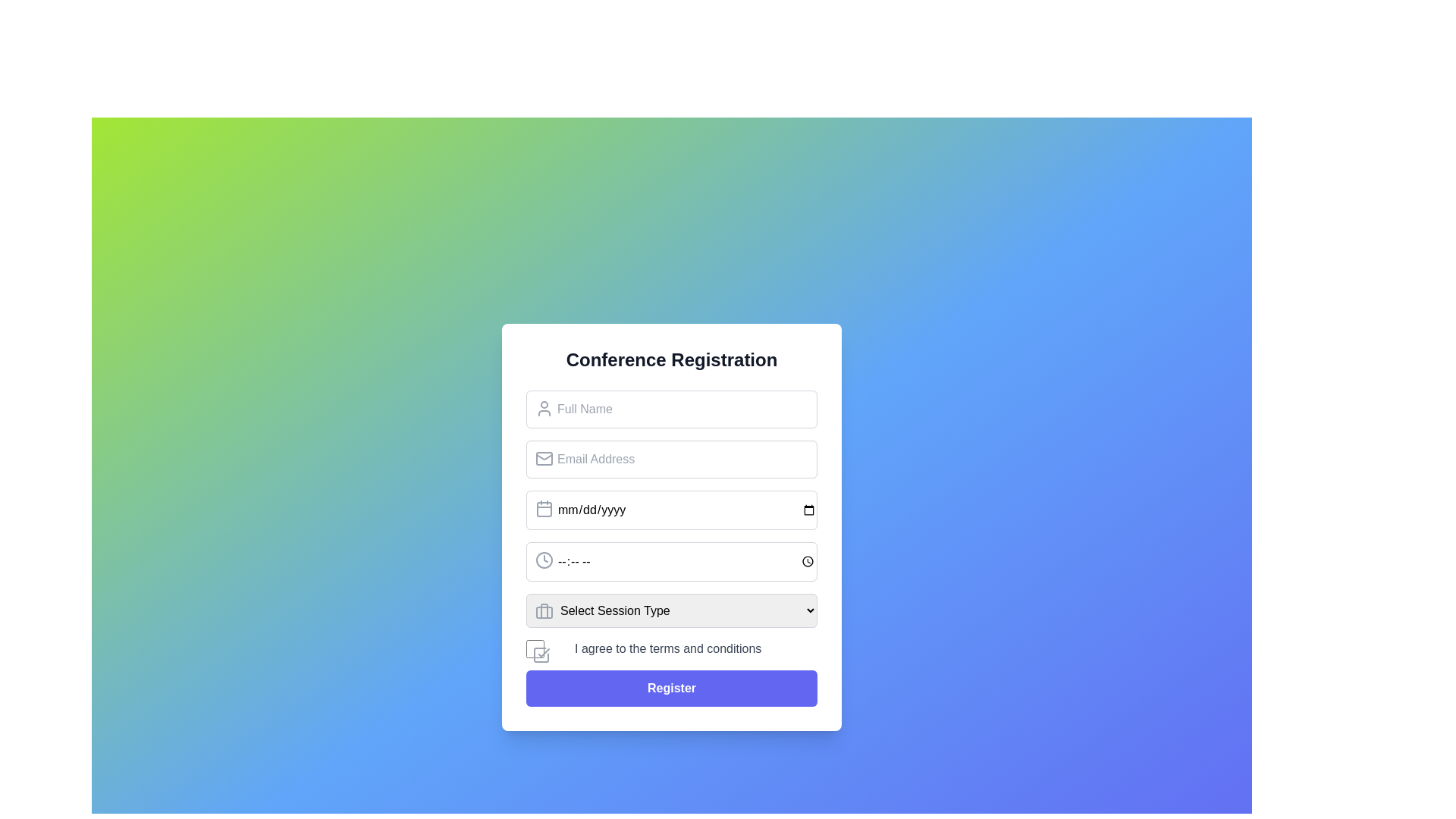 This screenshot has width=1456, height=819. What do you see at coordinates (544, 509) in the screenshot?
I see `the minimalistic calendar icon located to the left of the 'mm/dd/yyyy' input field in the registration form` at bounding box center [544, 509].